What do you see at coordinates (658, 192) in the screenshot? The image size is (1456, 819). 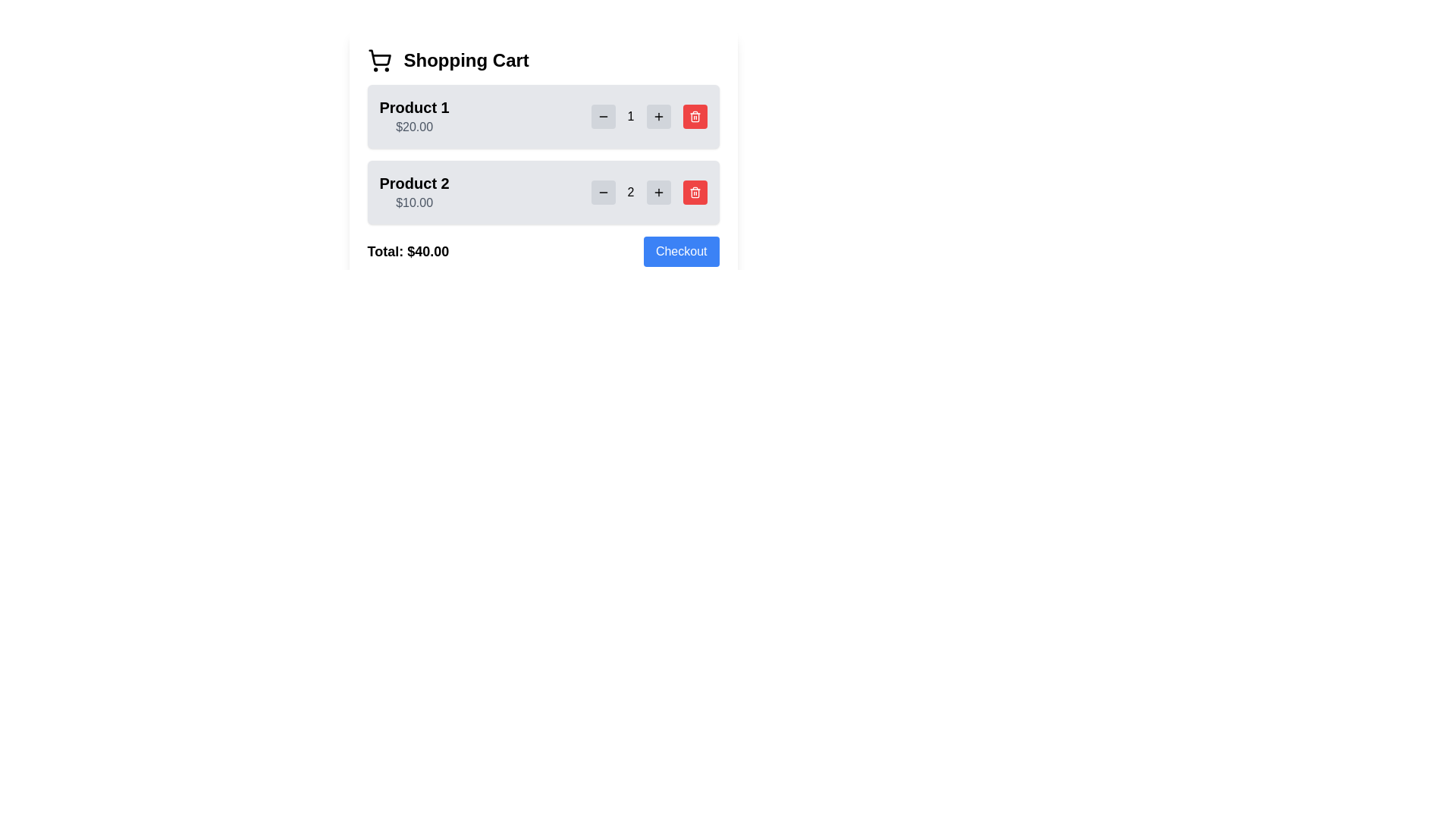 I see `the button that increases the quantity of 'Product 2' in the shopping cart` at bounding box center [658, 192].